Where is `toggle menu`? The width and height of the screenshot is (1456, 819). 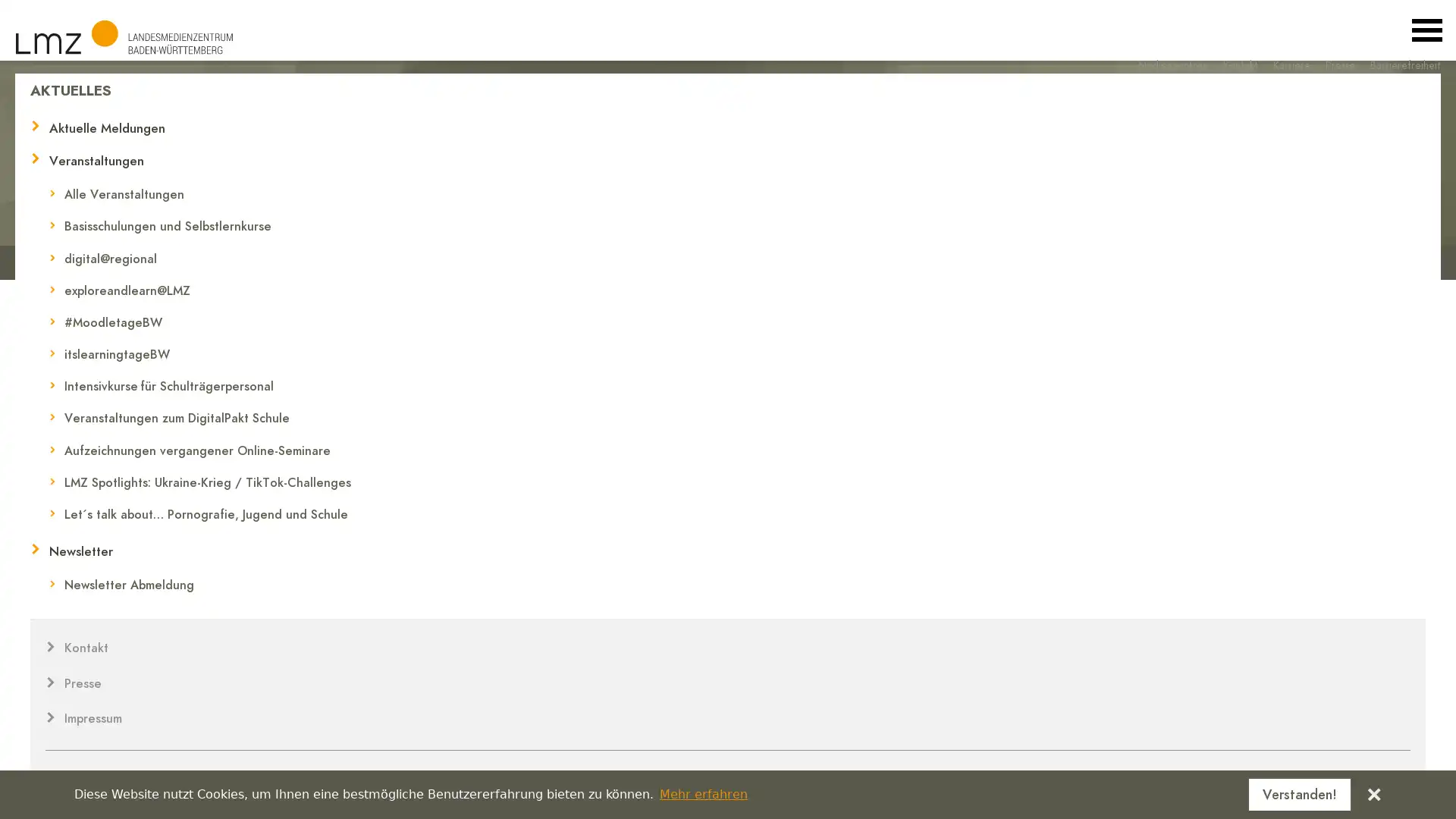 toggle menu is located at coordinates (1426, 30).